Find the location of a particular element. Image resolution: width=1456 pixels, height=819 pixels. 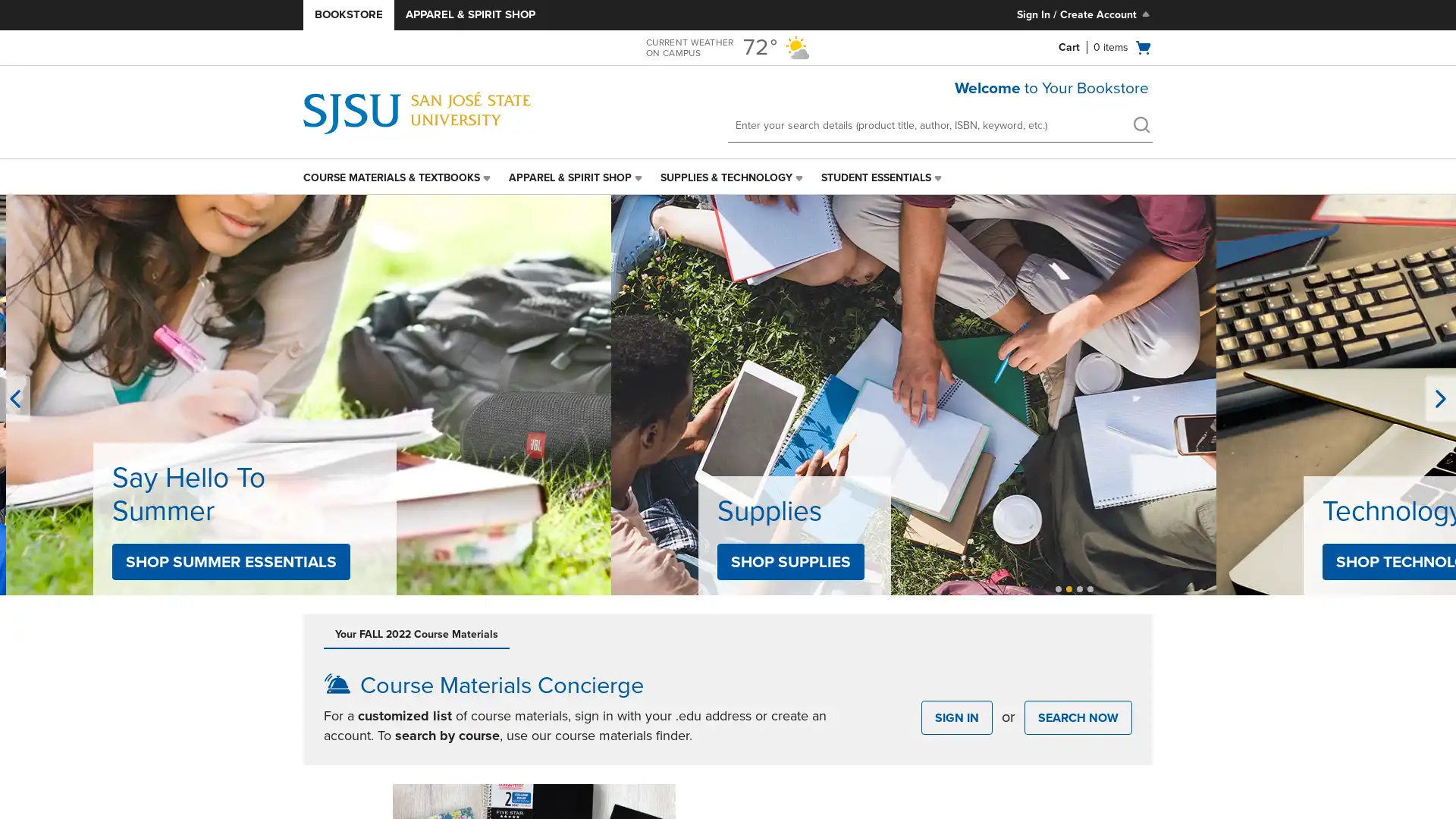

Selected, Slide 3 is located at coordinates (1079, 588).